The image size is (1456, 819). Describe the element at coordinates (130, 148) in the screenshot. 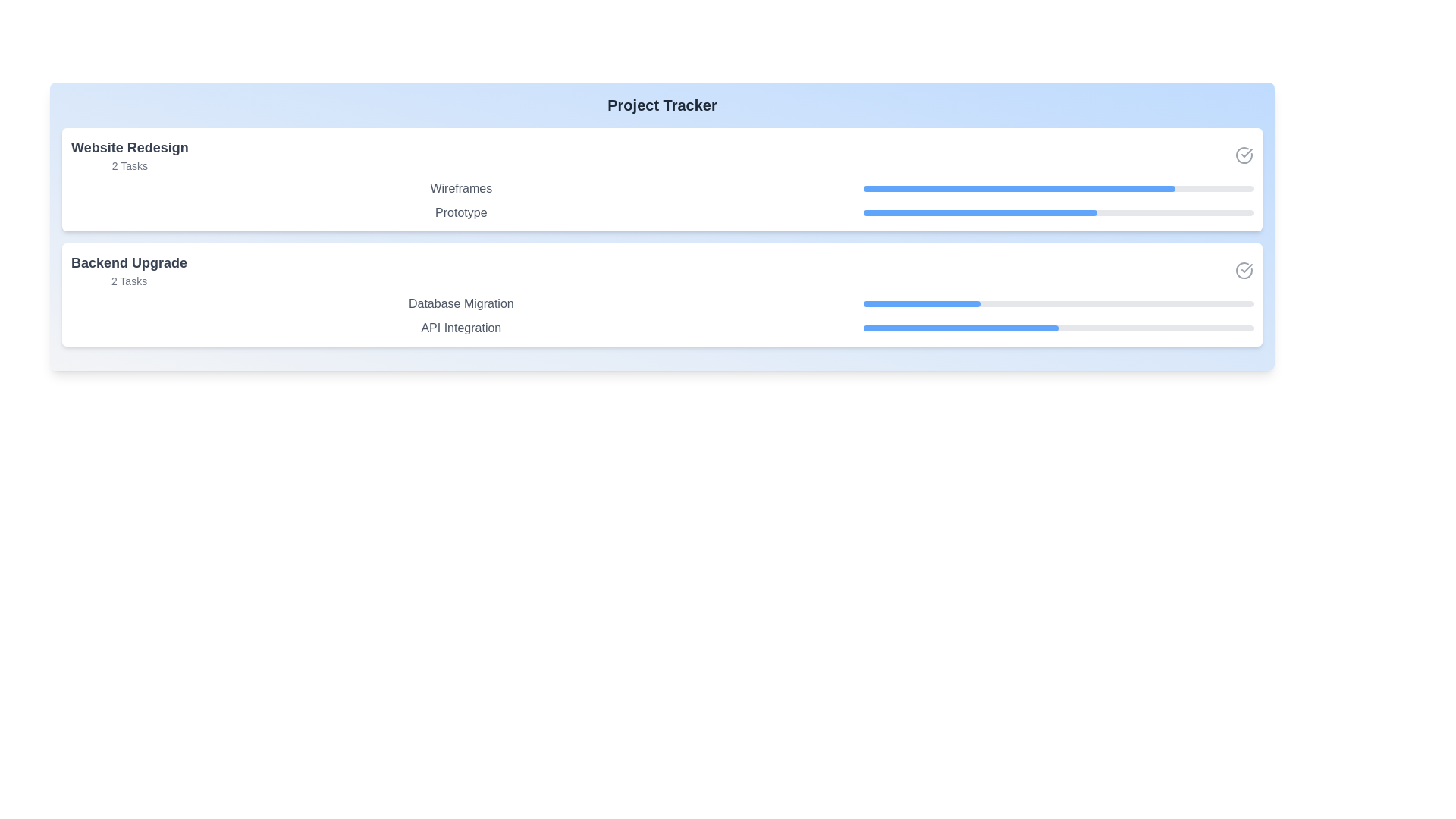

I see `the bold text 'Website Redesign'` at that location.